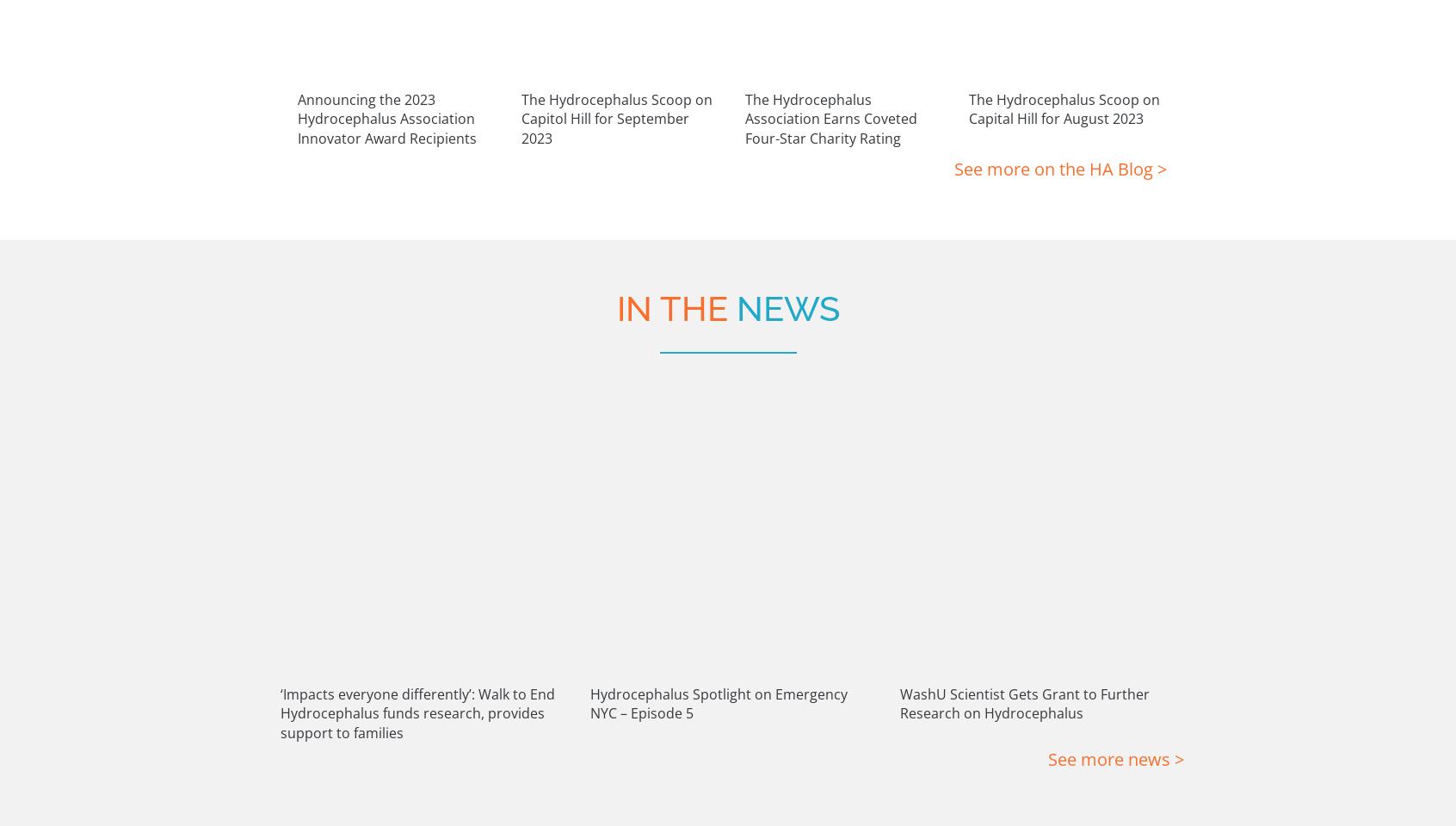 This screenshot has height=826, width=1456. What do you see at coordinates (787, 87) in the screenshot?
I see `'NEWS'` at bounding box center [787, 87].